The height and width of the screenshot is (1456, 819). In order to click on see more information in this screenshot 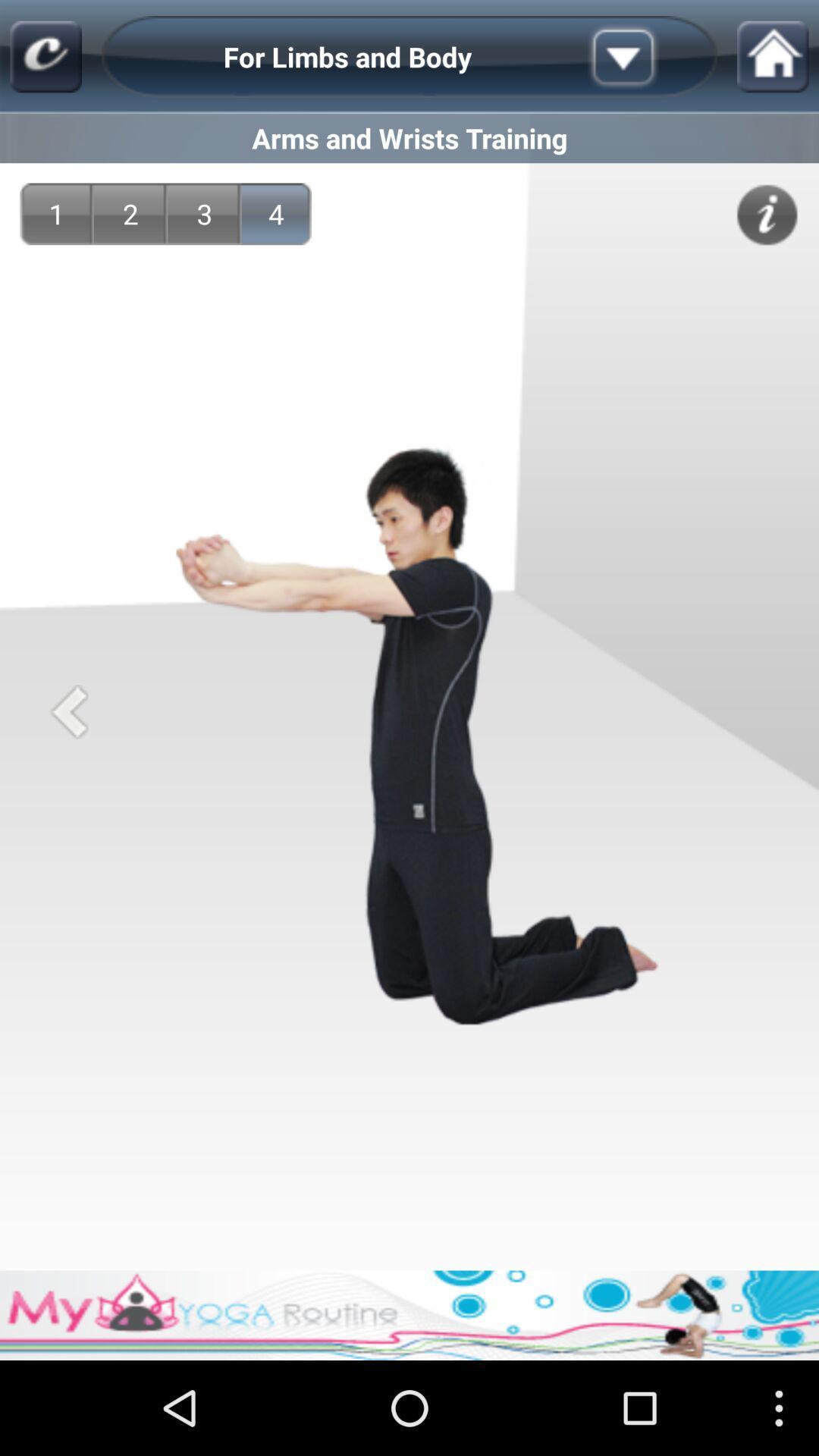, I will do `click(767, 214)`.